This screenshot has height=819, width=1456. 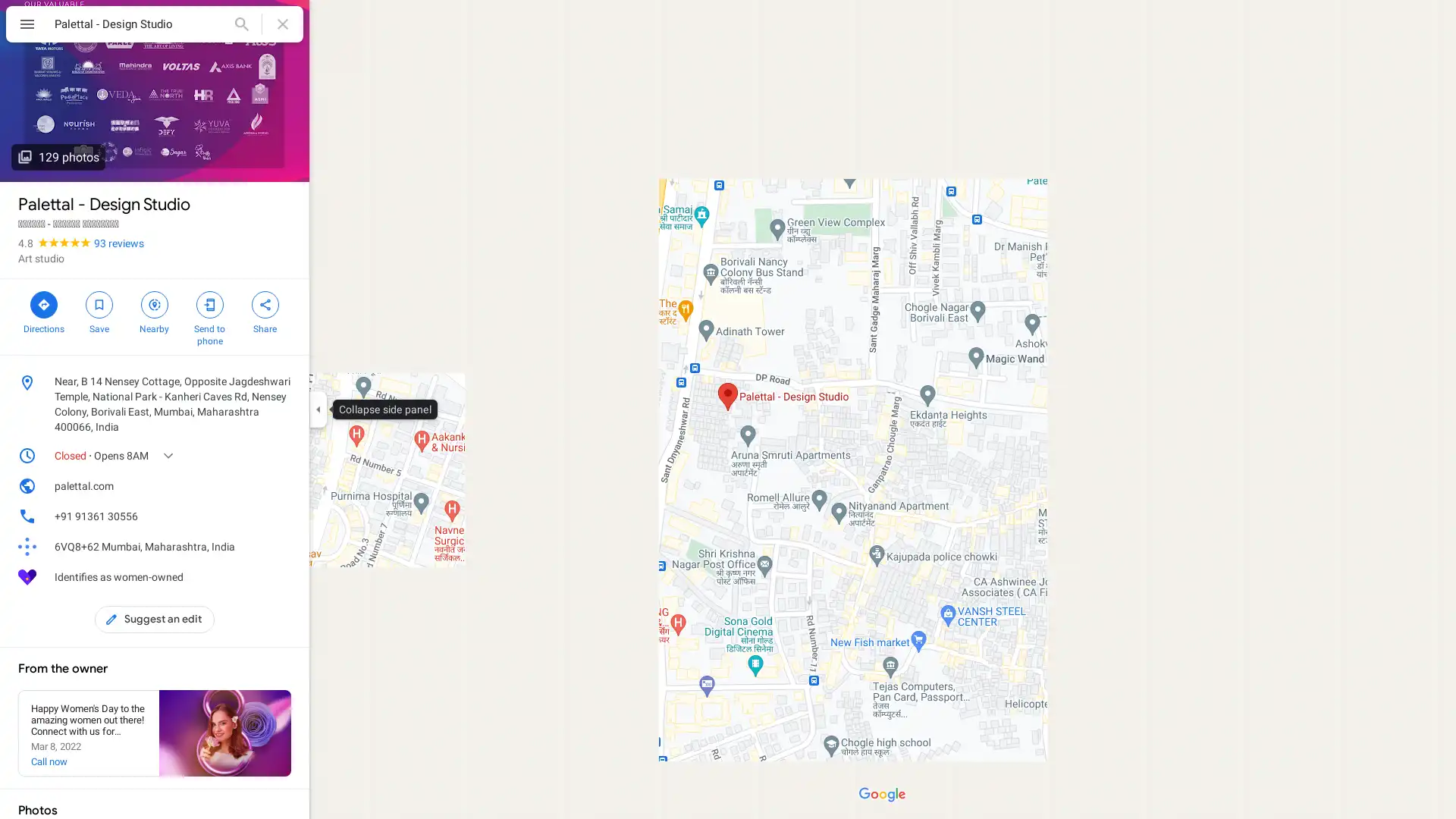 I want to click on Open website, so click(x=261, y=485).